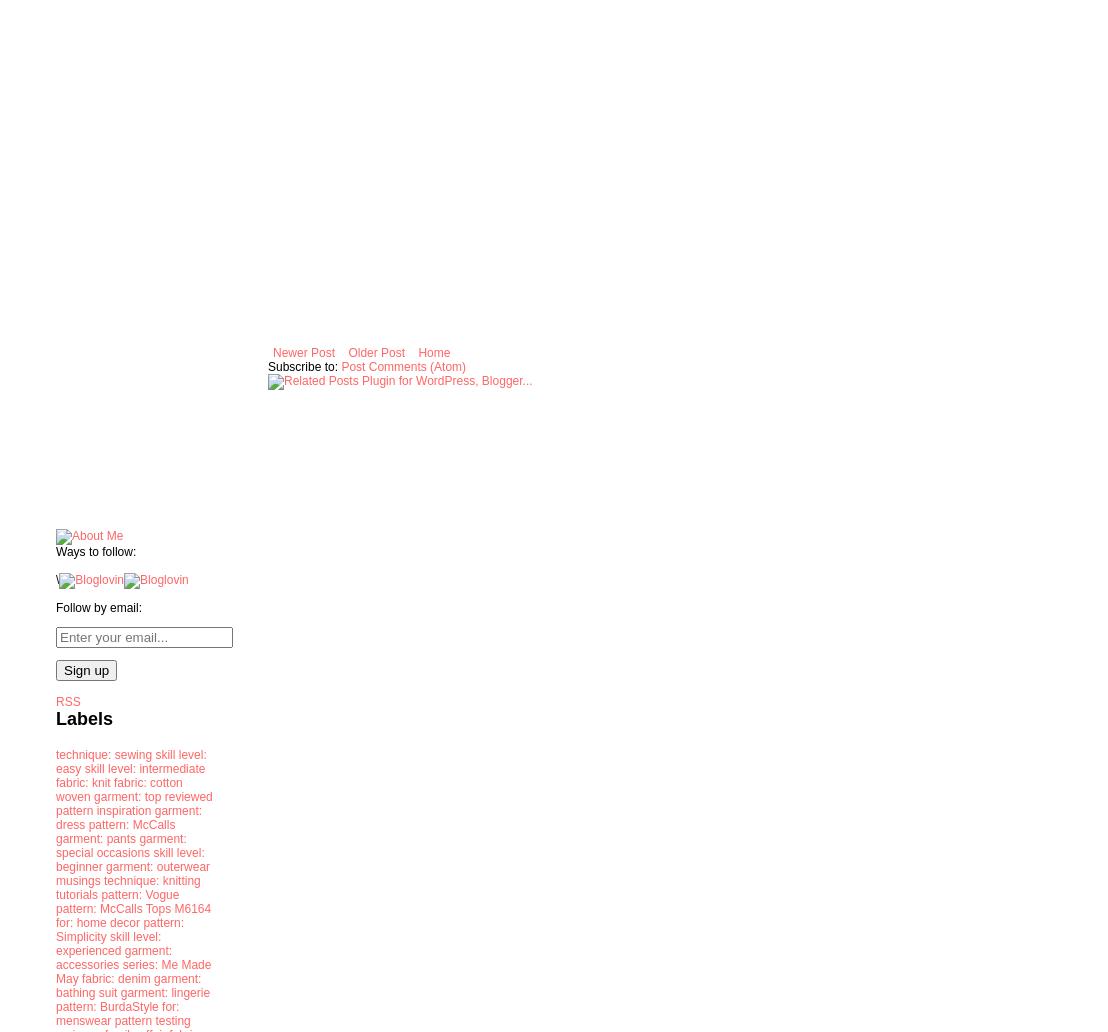  Describe the element at coordinates (116, 977) in the screenshot. I see `'fabric: denim'` at that location.